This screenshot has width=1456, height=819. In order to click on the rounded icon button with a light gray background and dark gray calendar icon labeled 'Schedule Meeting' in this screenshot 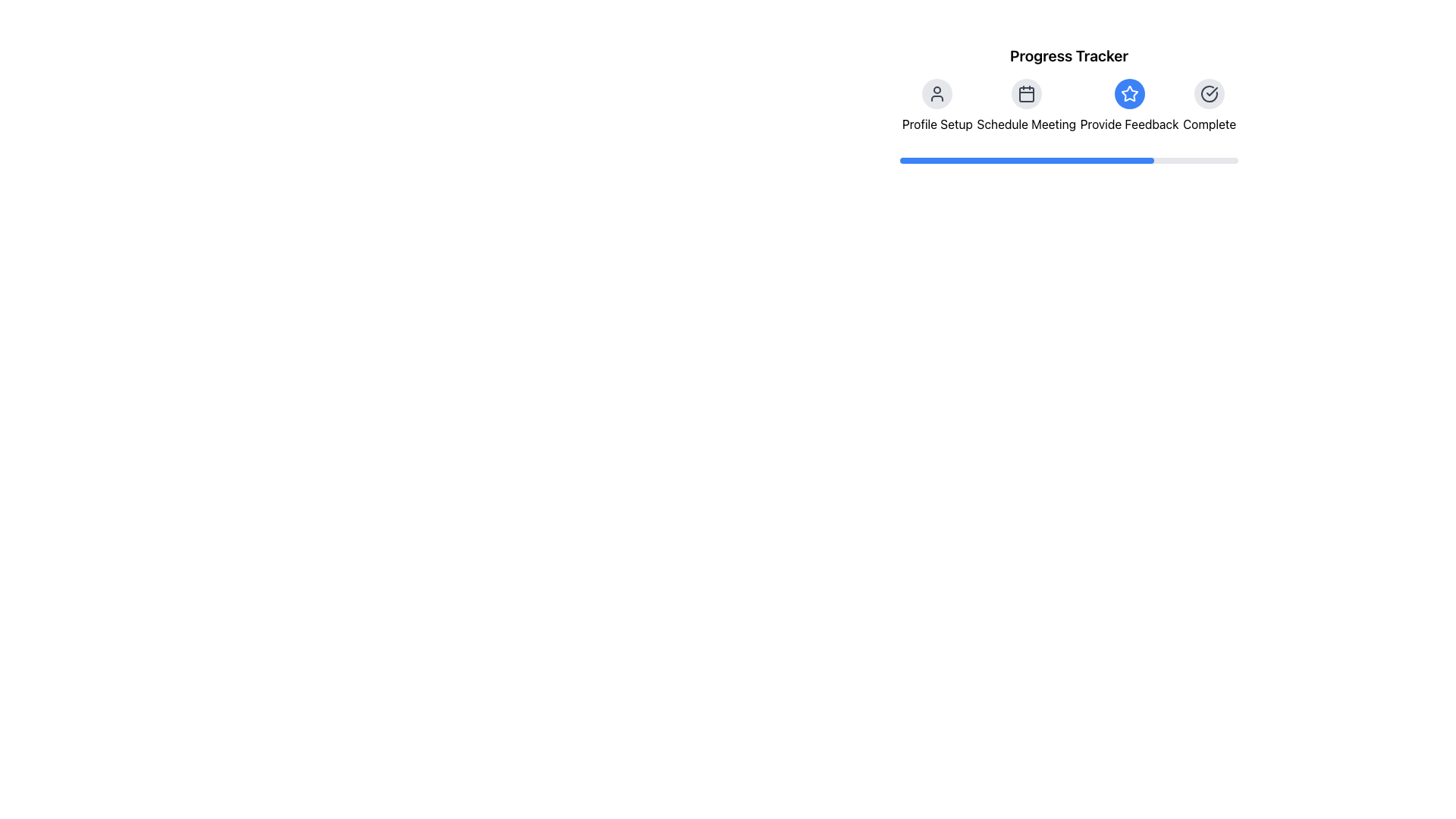, I will do `click(1026, 93)`.